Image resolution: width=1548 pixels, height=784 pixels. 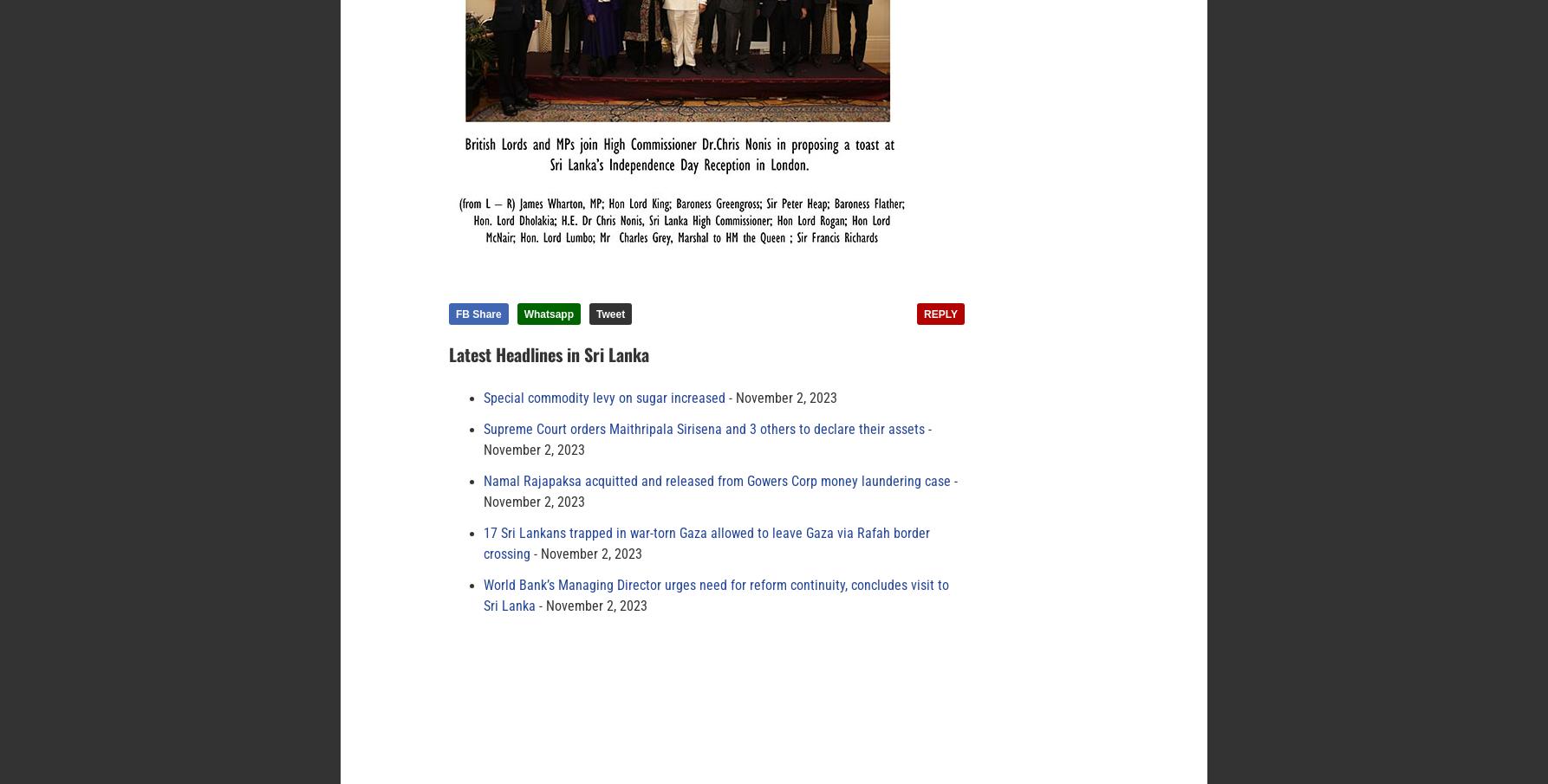 What do you see at coordinates (716, 482) in the screenshot?
I see `'Namal Rajapaksa acquitted and released from Gowers Corp money laundering case'` at bounding box center [716, 482].